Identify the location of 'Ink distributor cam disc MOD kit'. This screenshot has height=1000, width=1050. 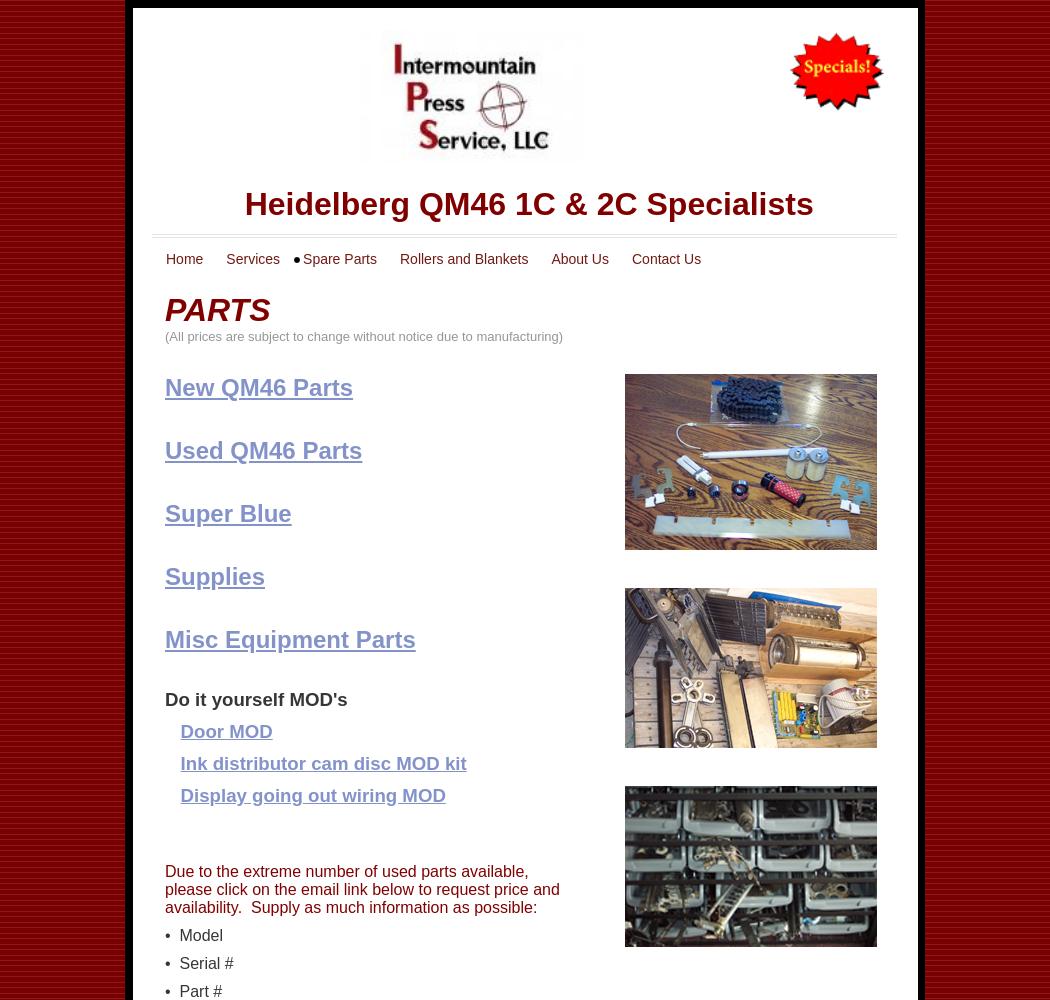
(179, 762).